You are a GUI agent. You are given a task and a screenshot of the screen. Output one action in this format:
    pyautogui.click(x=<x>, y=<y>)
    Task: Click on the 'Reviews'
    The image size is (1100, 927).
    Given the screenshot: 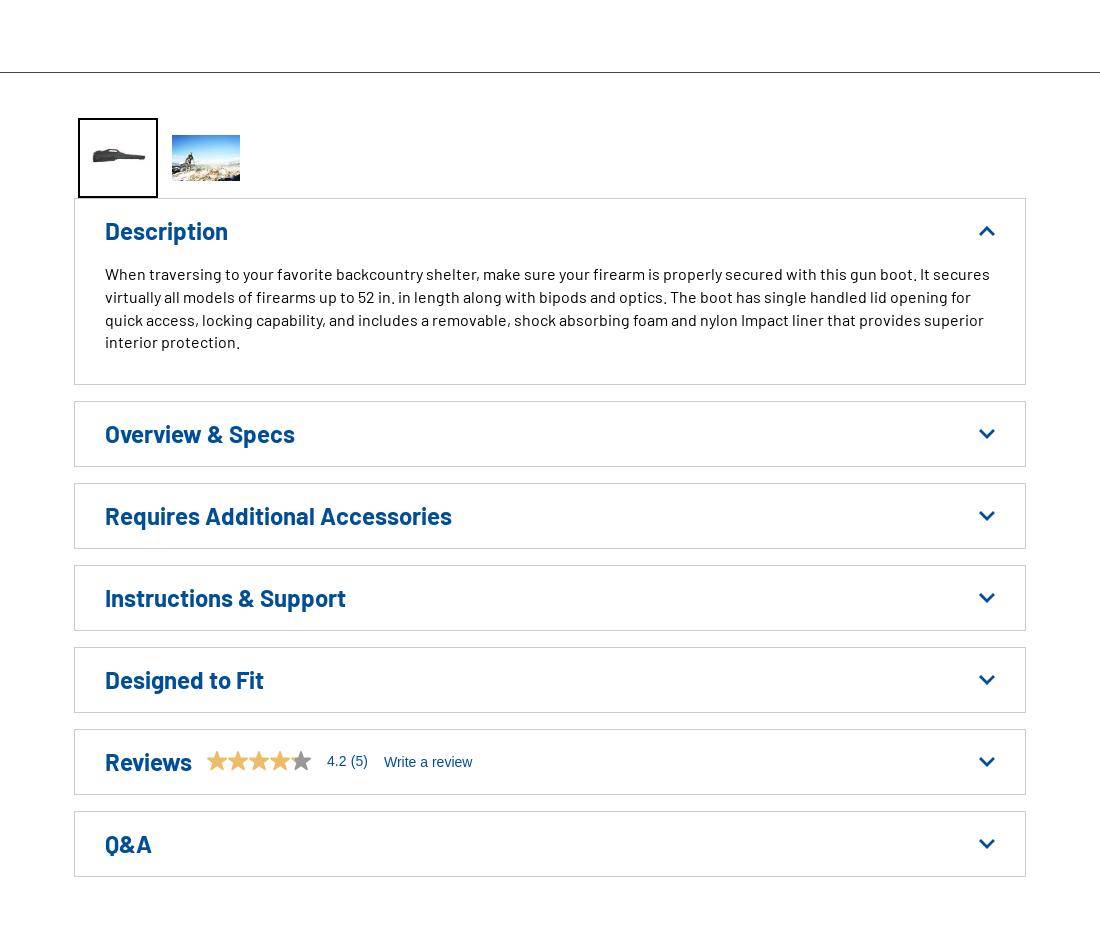 What is the action you would take?
    pyautogui.click(x=147, y=760)
    